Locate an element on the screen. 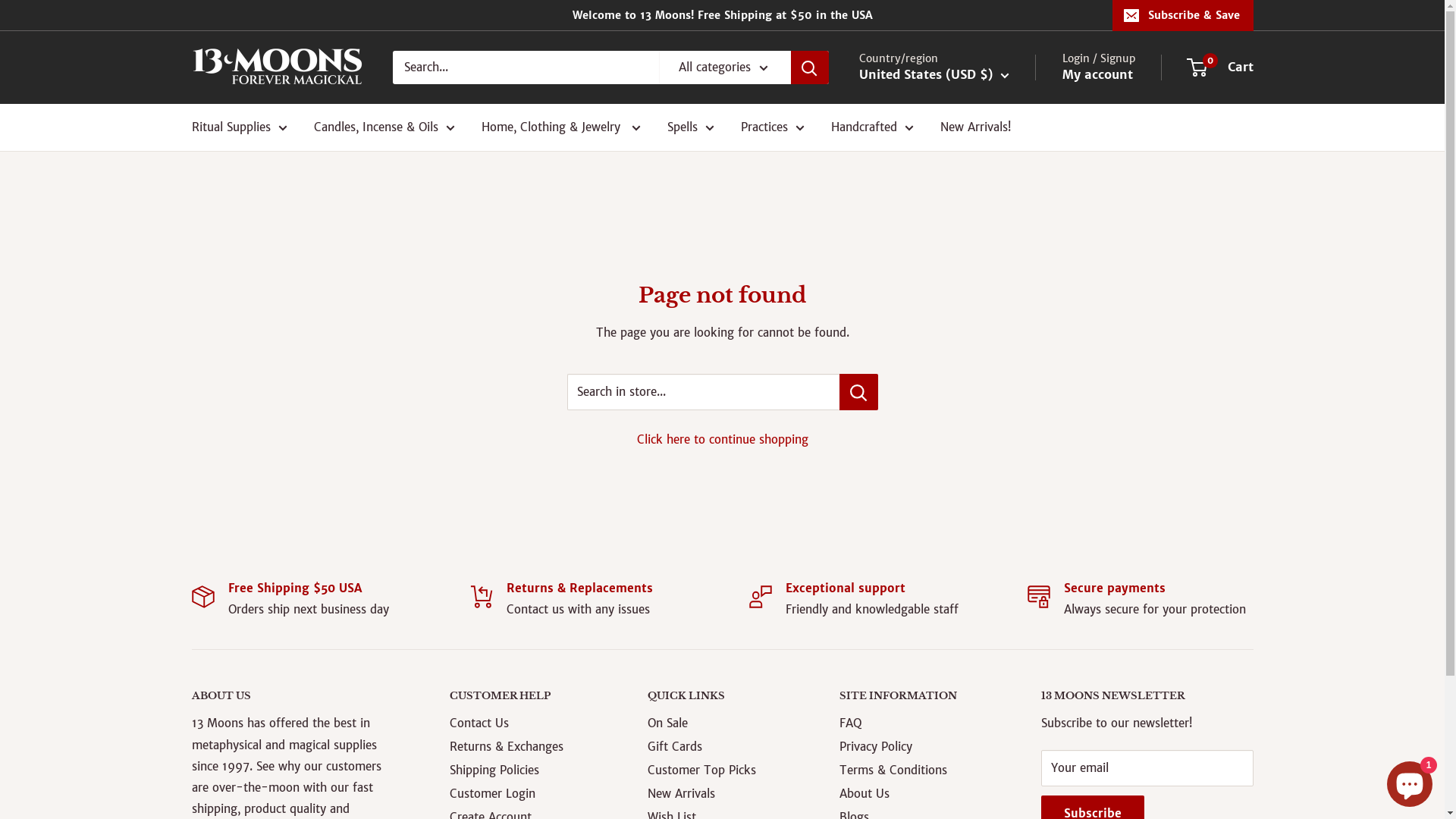  'Candles, Incense & Oils' is located at coordinates (384, 127).